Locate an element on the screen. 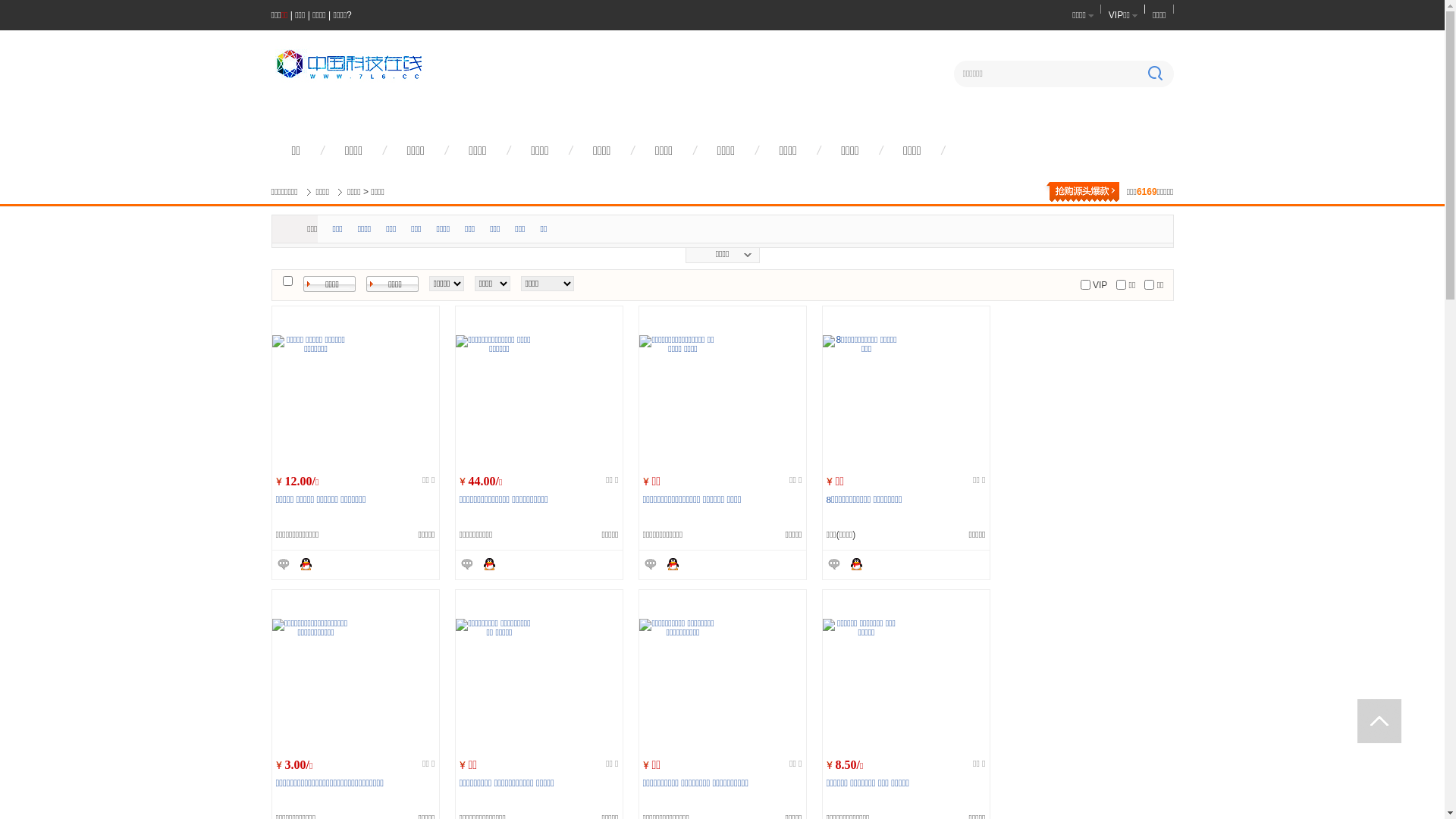 This screenshot has height=819, width=1456. 'on' is located at coordinates (282, 281).